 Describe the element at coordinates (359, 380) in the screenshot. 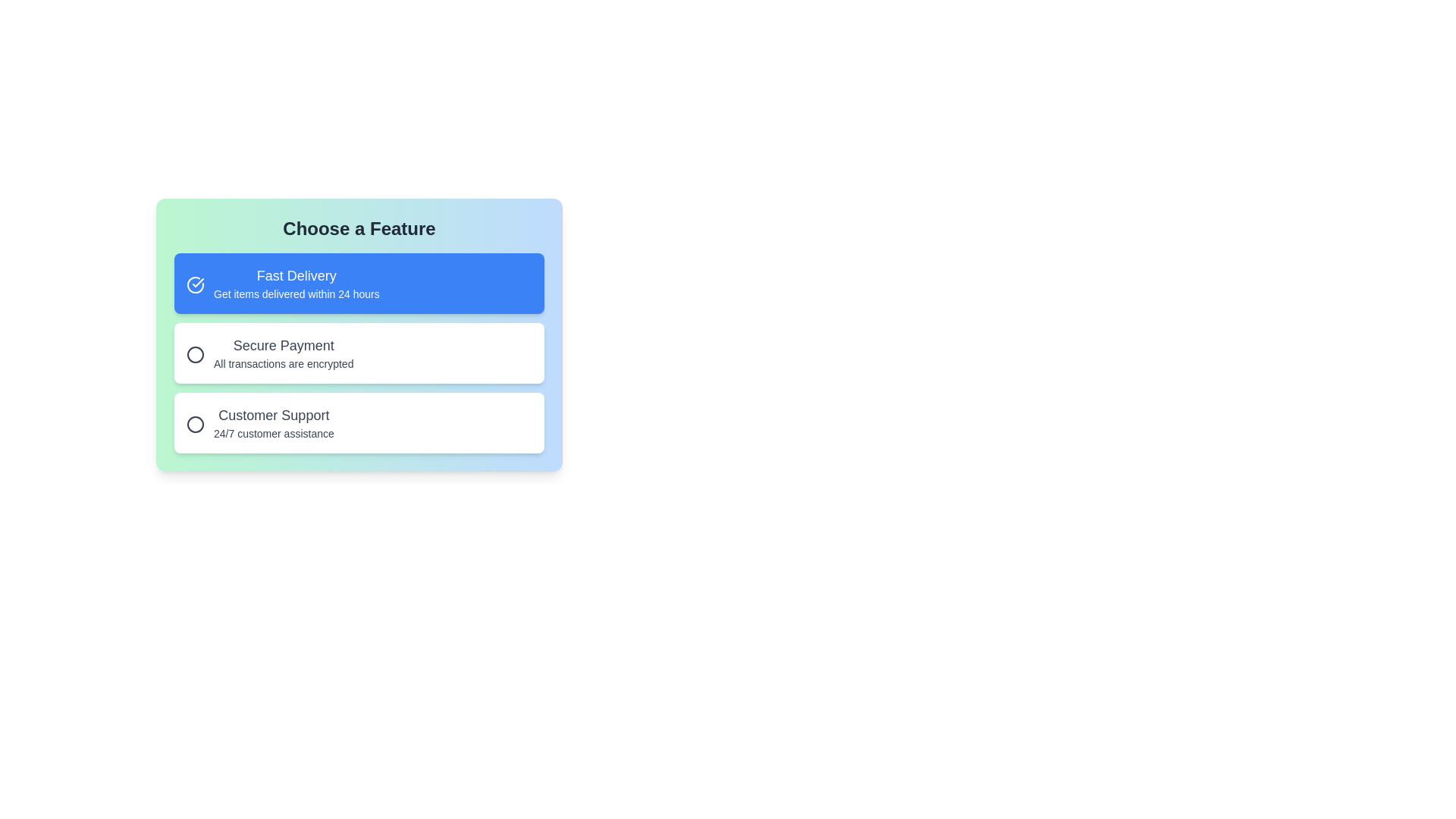

I see `the 'Secure Payment' card` at that location.